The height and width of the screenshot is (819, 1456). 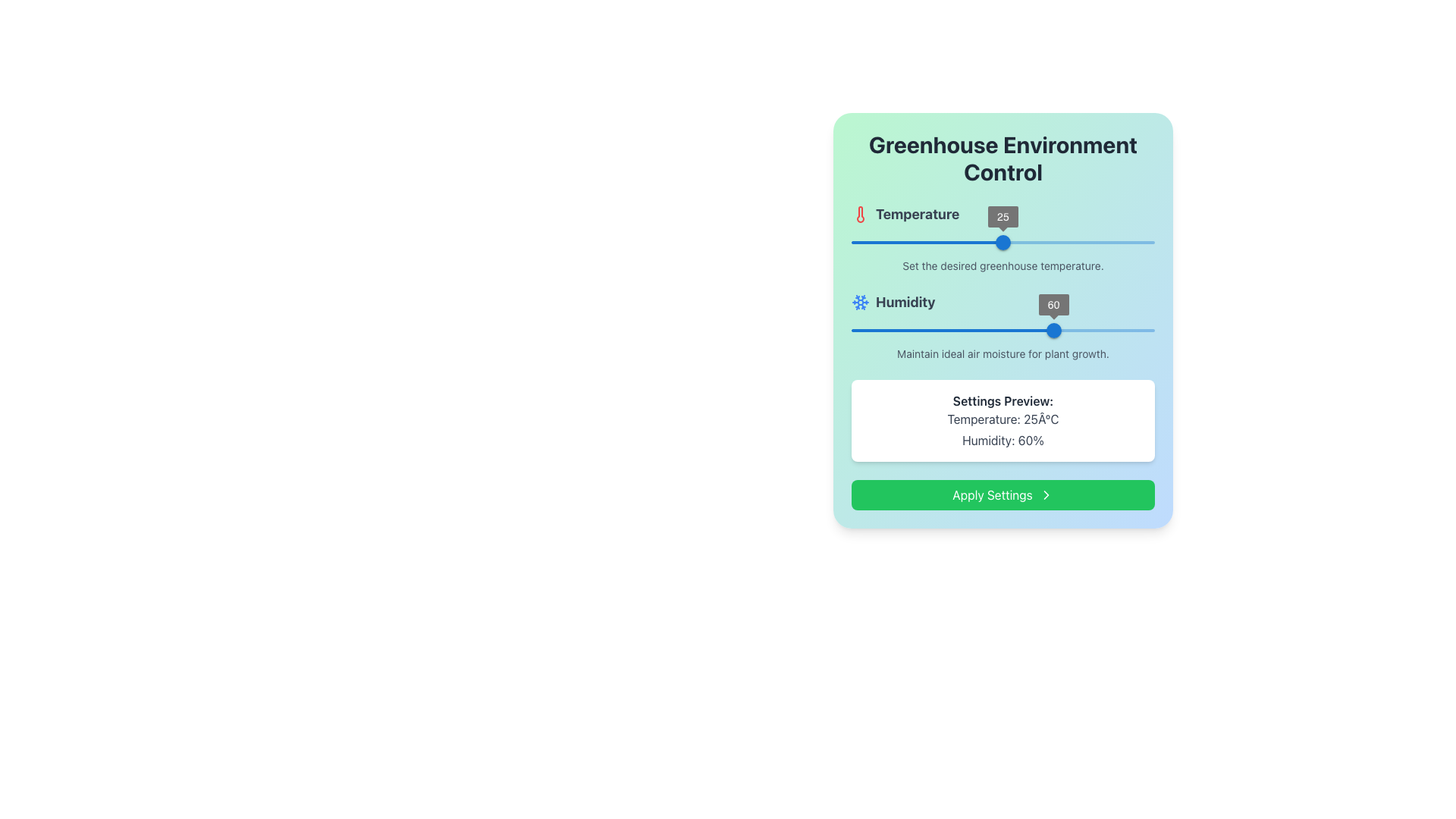 What do you see at coordinates (1003, 216) in the screenshot?
I see `the numeric value '25' displayed in the circular badge located above the blue slider handle in the 'Greenhouse Environment Control' panel` at bounding box center [1003, 216].